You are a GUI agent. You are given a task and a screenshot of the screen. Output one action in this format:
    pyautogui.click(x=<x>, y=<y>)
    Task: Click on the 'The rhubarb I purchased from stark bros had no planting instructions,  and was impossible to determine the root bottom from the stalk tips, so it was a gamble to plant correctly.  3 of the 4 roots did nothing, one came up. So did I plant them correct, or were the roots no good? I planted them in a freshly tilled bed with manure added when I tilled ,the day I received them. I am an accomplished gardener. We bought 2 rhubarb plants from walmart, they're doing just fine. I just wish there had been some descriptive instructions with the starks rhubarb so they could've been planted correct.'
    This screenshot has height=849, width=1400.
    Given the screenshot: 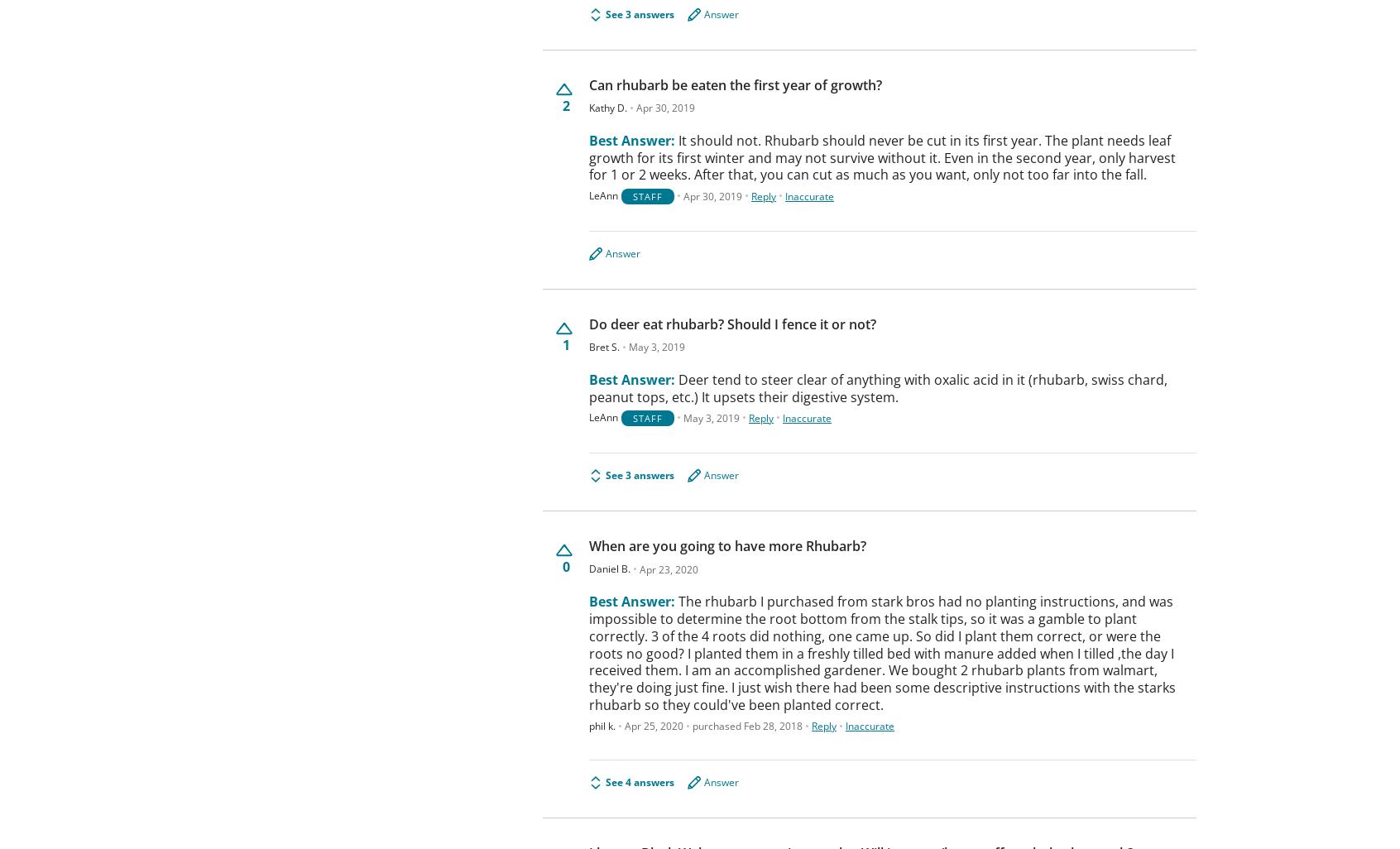 What is the action you would take?
    pyautogui.click(x=882, y=651)
    